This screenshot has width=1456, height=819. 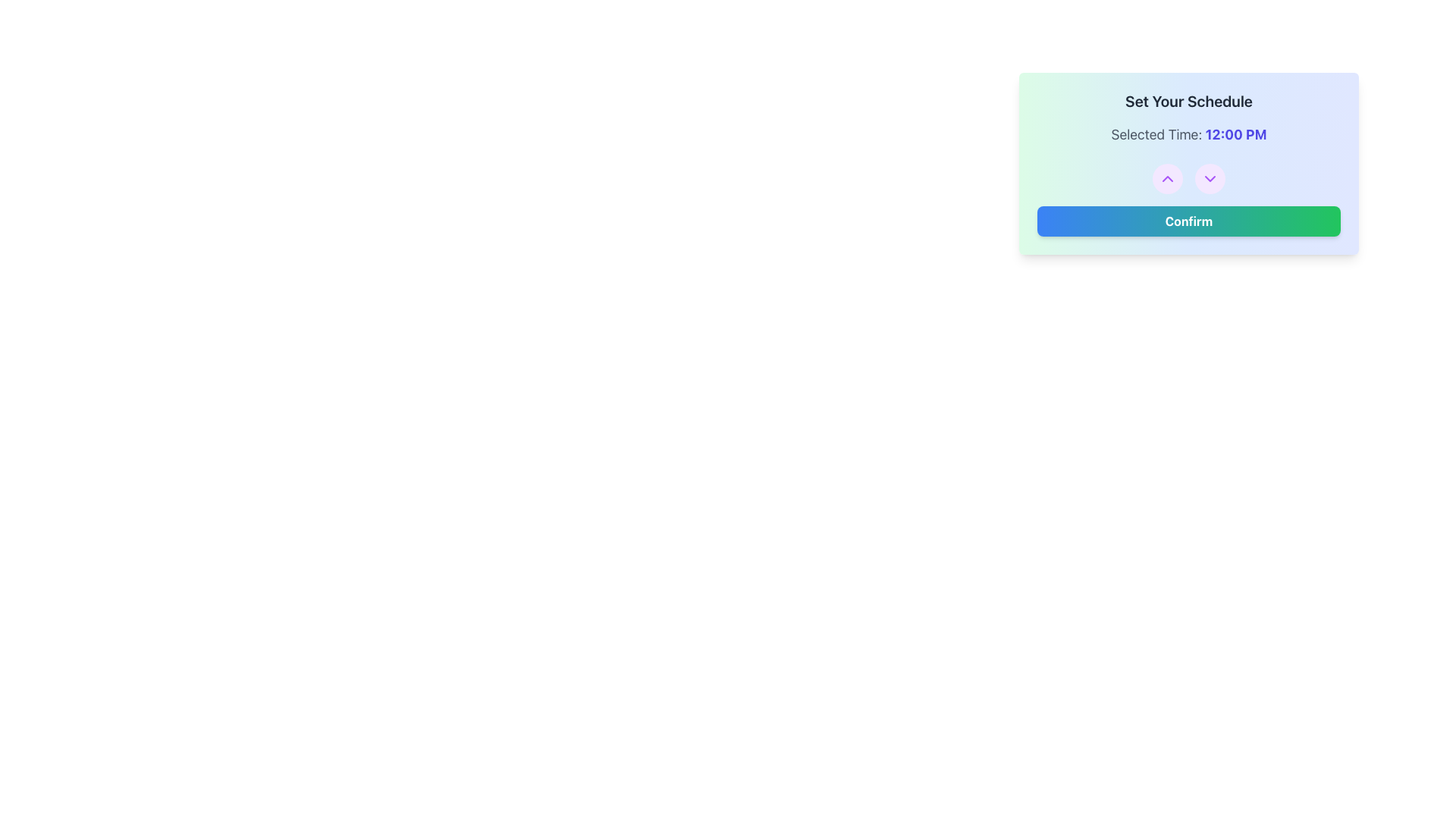 What do you see at coordinates (1236, 133) in the screenshot?
I see `the static text displaying '12:00 PM', which is styled in bold indigo color and located to the right of the 'Selected Time:' label` at bounding box center [1236, 133].